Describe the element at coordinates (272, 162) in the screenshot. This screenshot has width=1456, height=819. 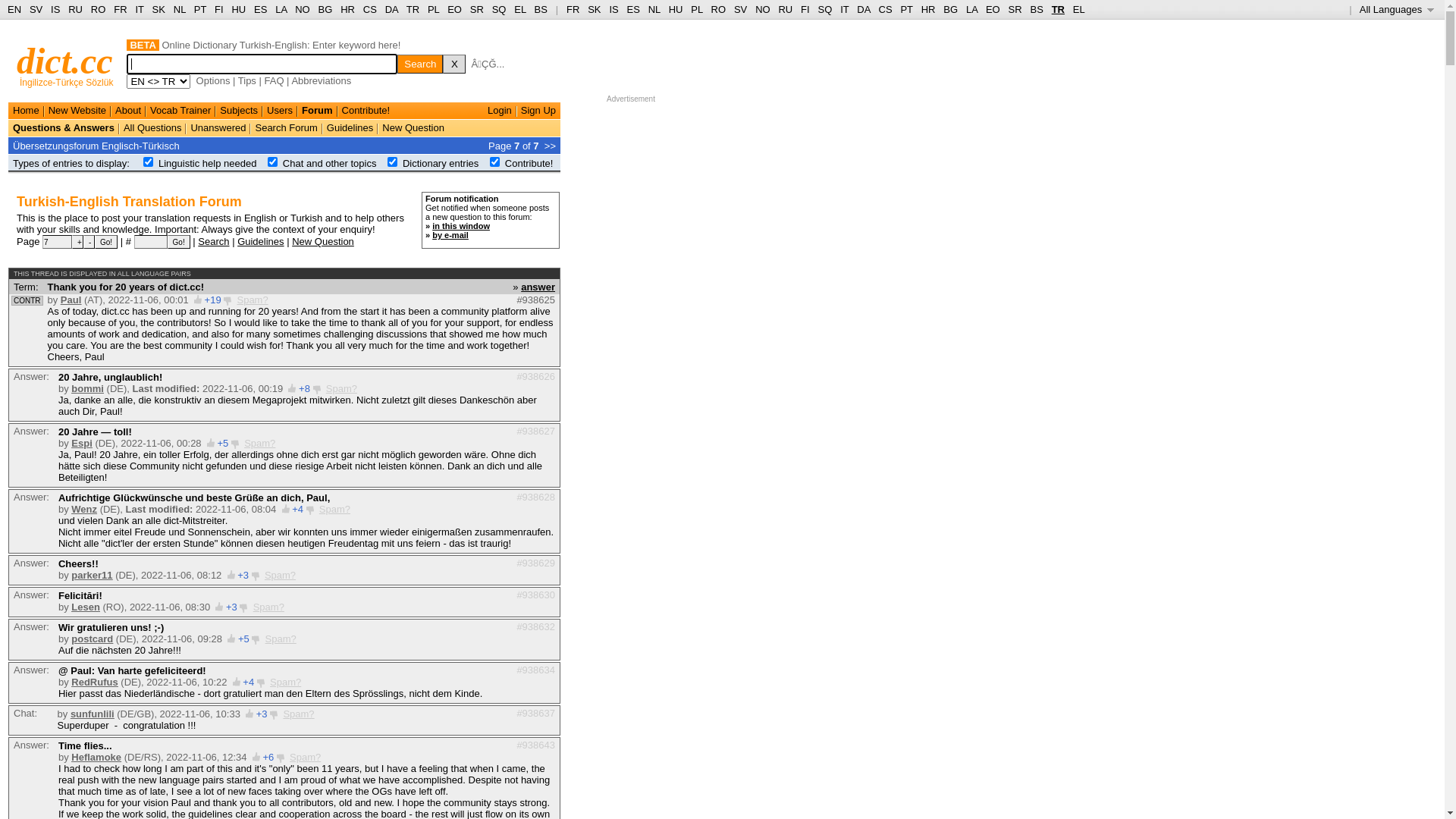
I see `'on'` at that location.